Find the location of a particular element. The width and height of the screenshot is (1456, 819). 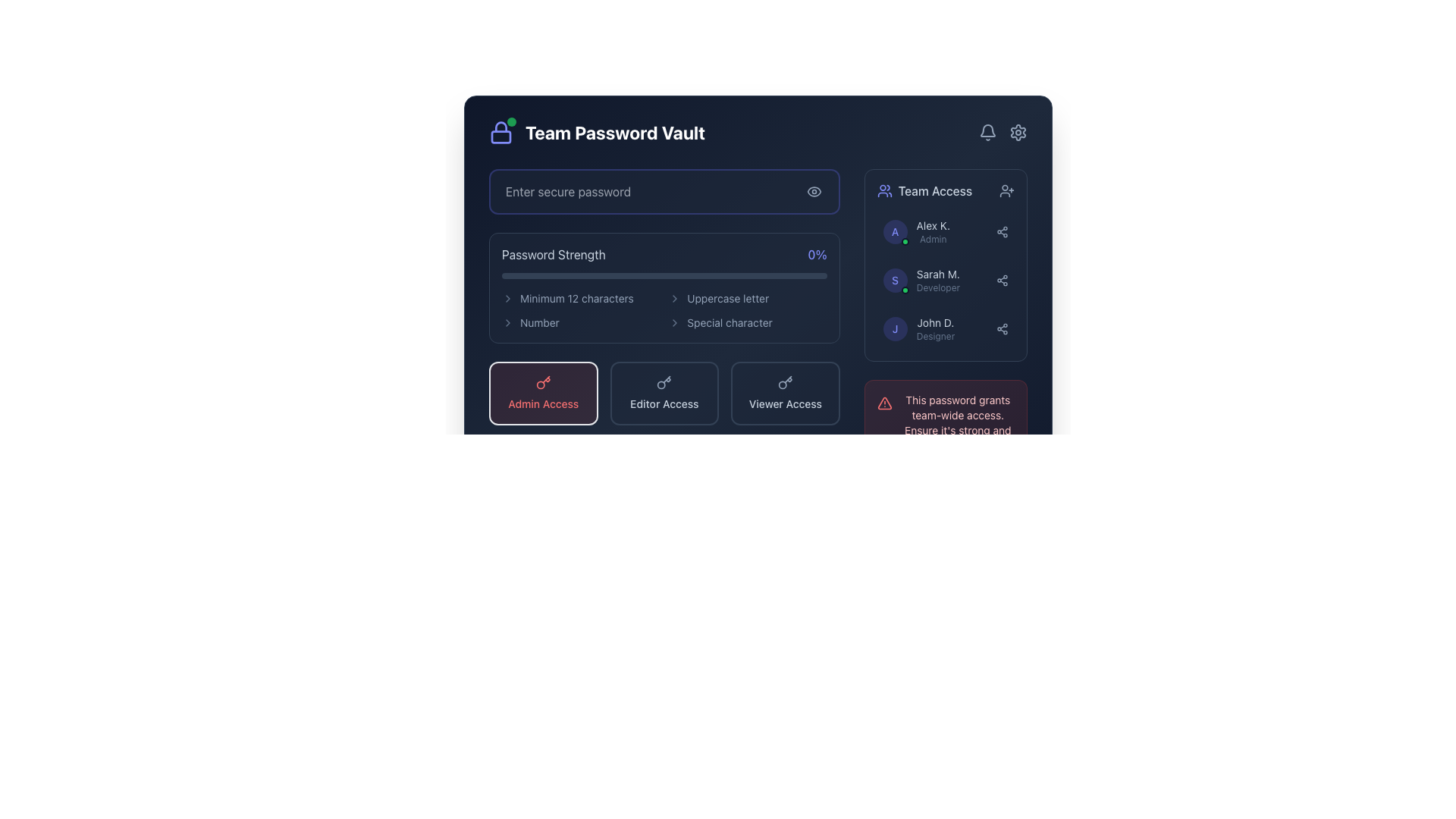

the 'Viewer Access' button, which is the rightmost button in a group of three labeled buttons for access permissions is located at coordinates (785, 393).